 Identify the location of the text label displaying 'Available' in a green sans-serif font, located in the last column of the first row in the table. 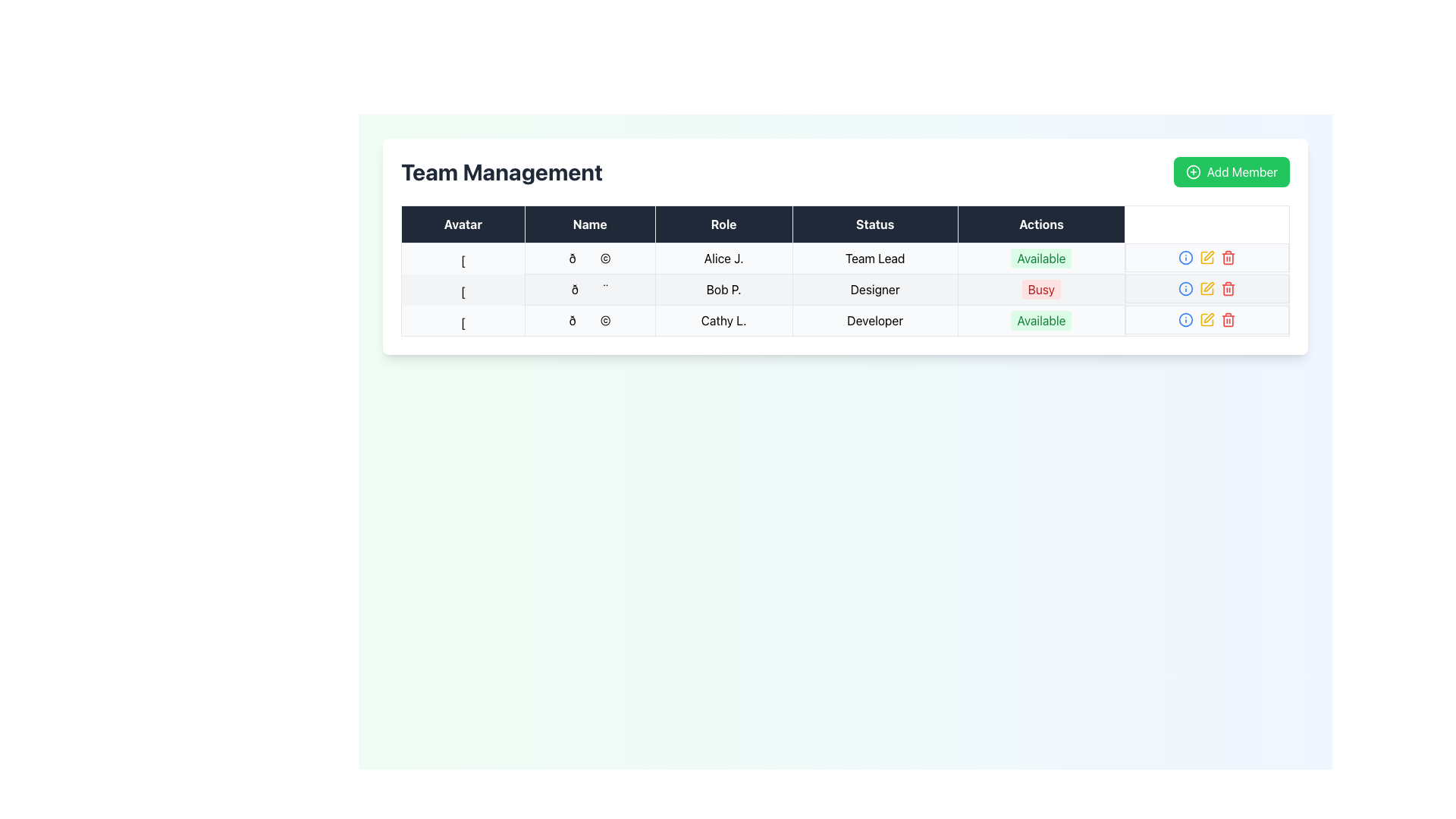
(1040, 257).